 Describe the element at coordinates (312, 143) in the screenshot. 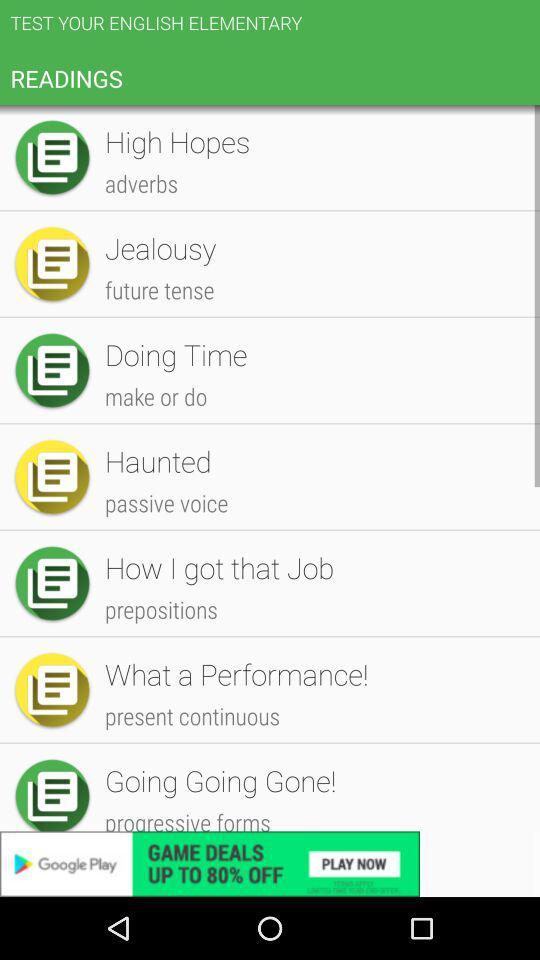

I see `item below the test your english` at that location.